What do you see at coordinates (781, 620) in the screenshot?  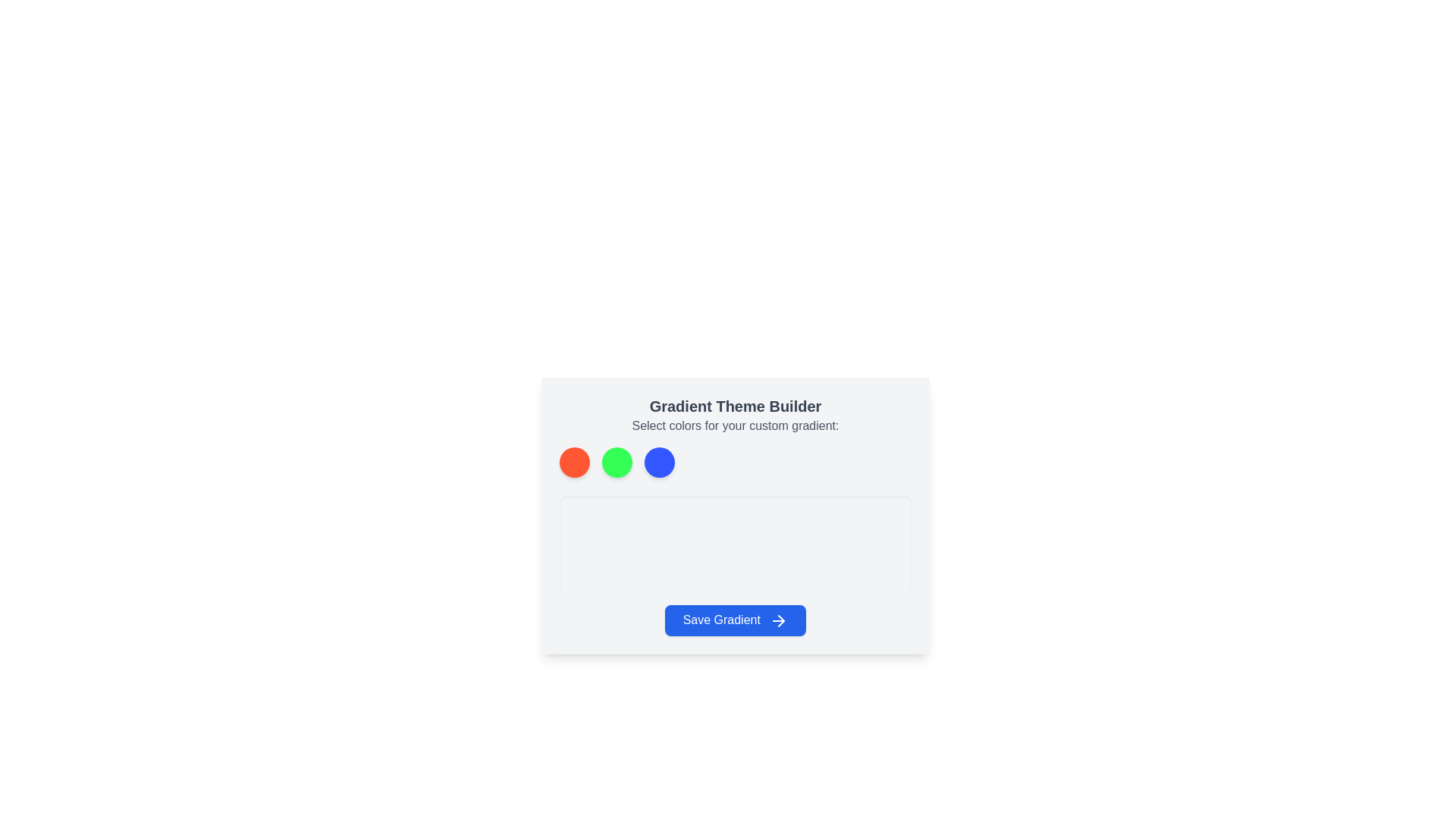 I see `the arrow symbol icon located at the right end of the 'Save Gradient' button, which indicates direction for progression or navigation` at bounding box center [781, 620].